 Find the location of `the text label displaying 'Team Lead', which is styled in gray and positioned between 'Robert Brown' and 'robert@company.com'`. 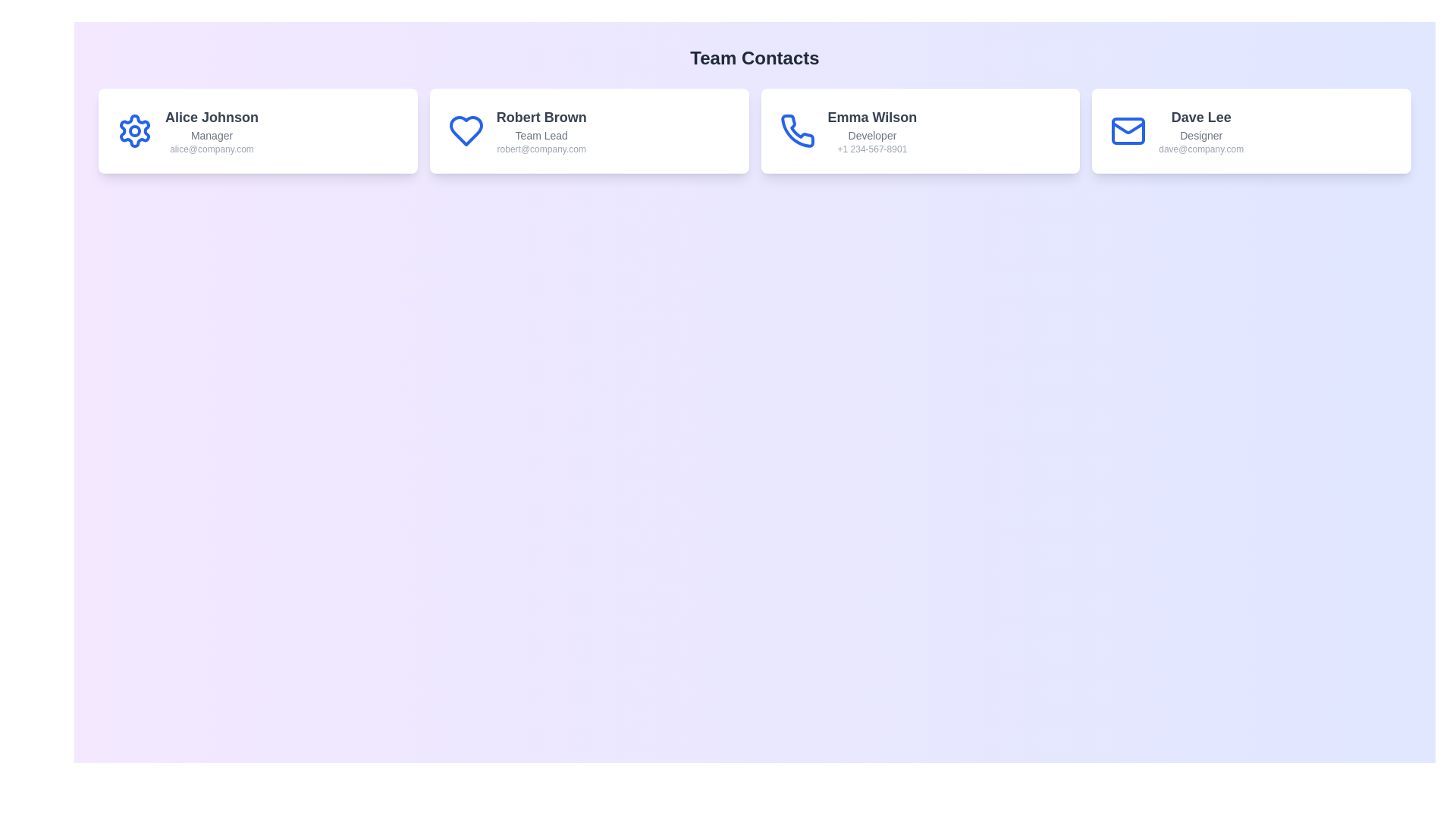

the text label displaying 'Team Lead', which is styled in gray and positioned between 'Robert Brown' and 'robert@company.com' is located at coordinates (541, 134).